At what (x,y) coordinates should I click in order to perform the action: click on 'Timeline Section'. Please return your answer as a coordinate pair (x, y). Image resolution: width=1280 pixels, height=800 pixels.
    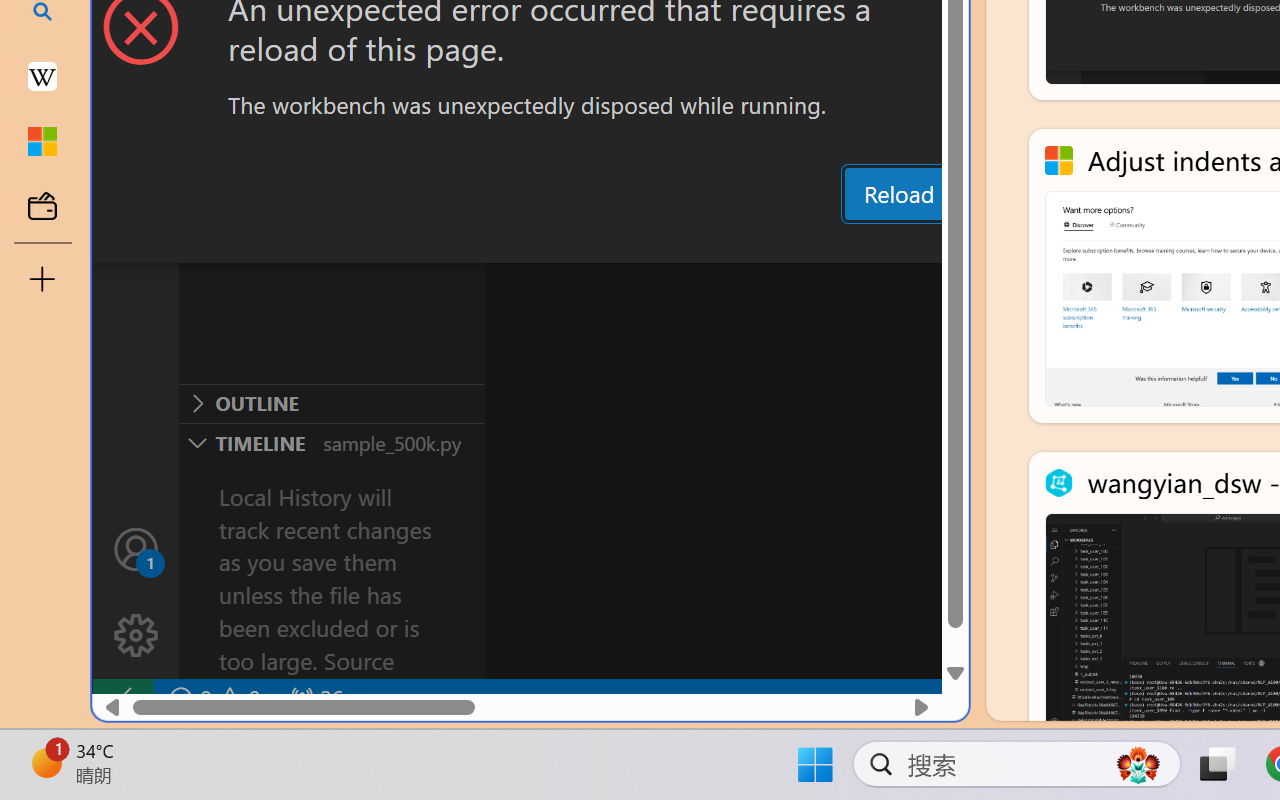
    Looking at the image, I should click on (331, 441).